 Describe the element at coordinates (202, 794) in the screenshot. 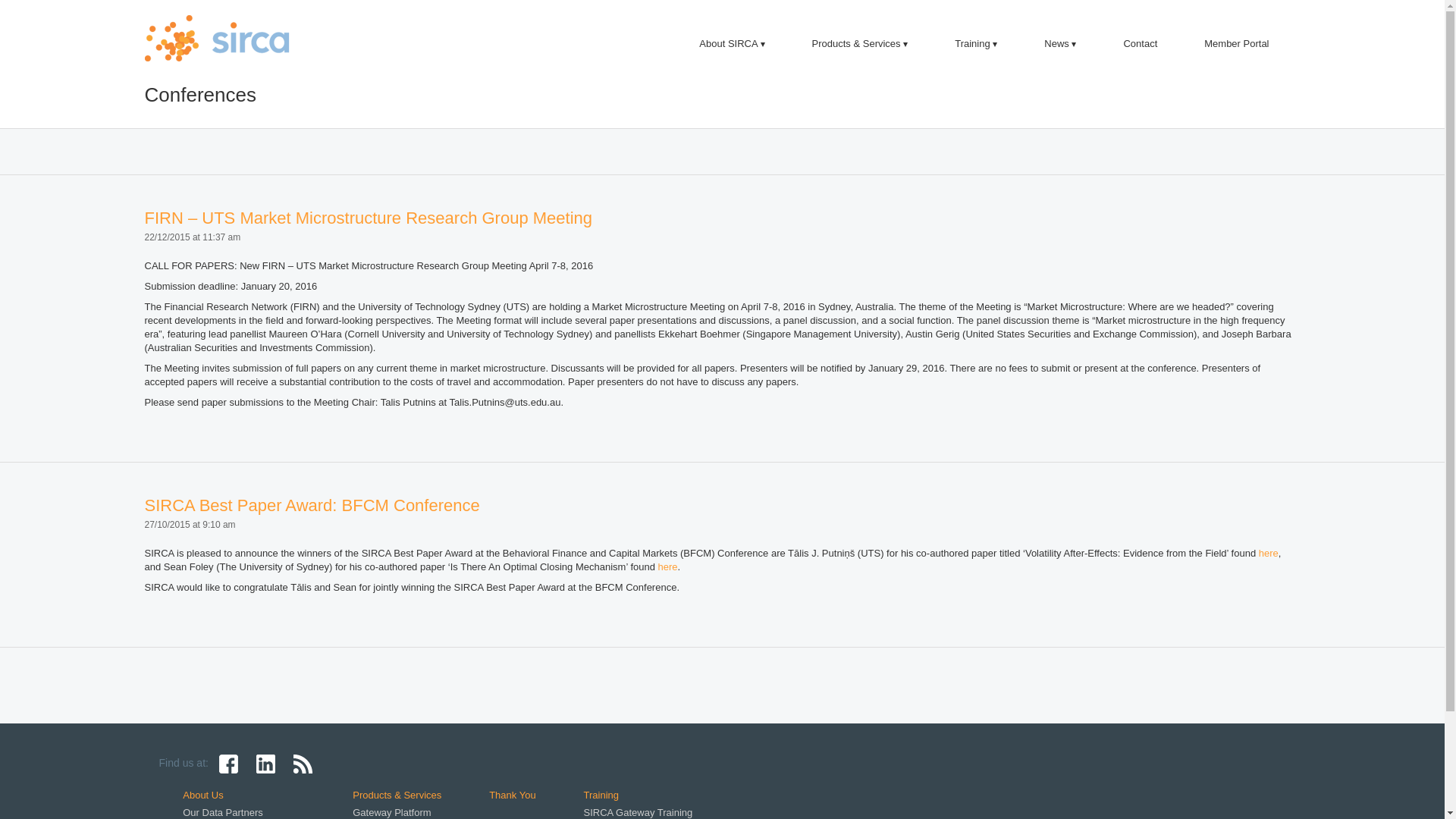

I see `'About Us'` at that location.